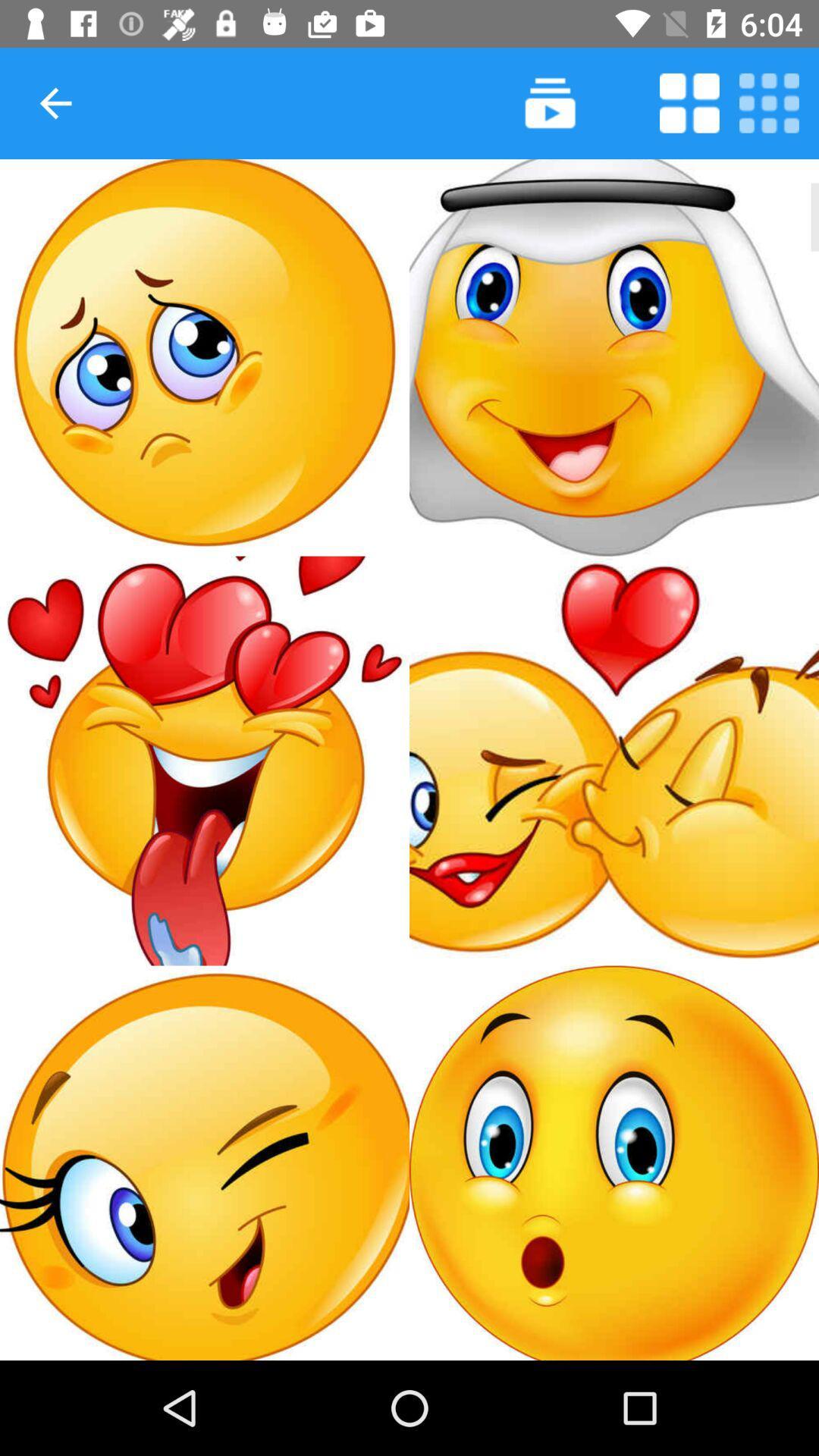 The height and width of the screenshot is (1456, 819). Describe the element at coordinates (689, 102) in the screenshot. I see `switch autoplay option` at that location.